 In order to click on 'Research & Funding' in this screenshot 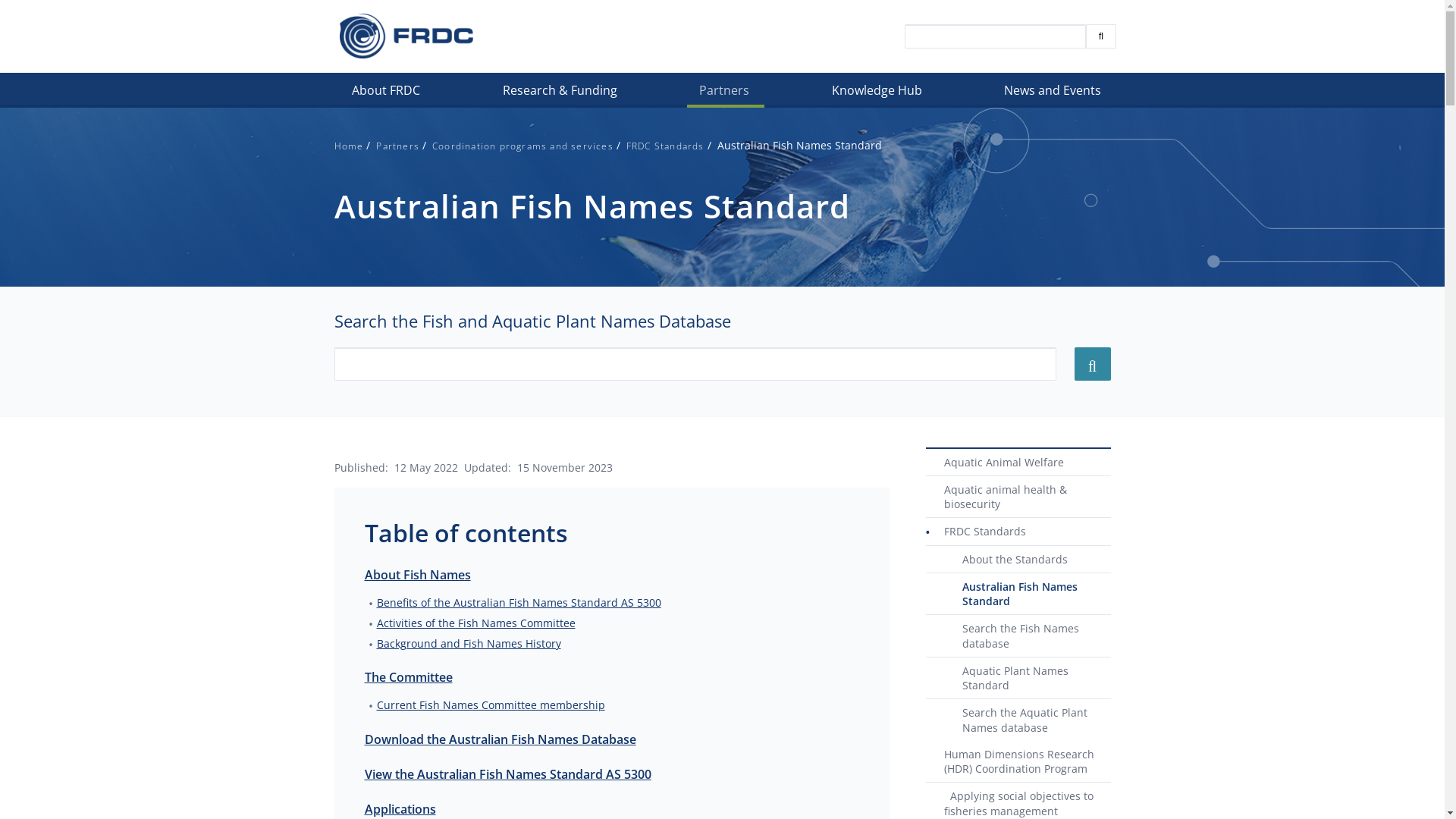, I will do `click(560, 93)`.